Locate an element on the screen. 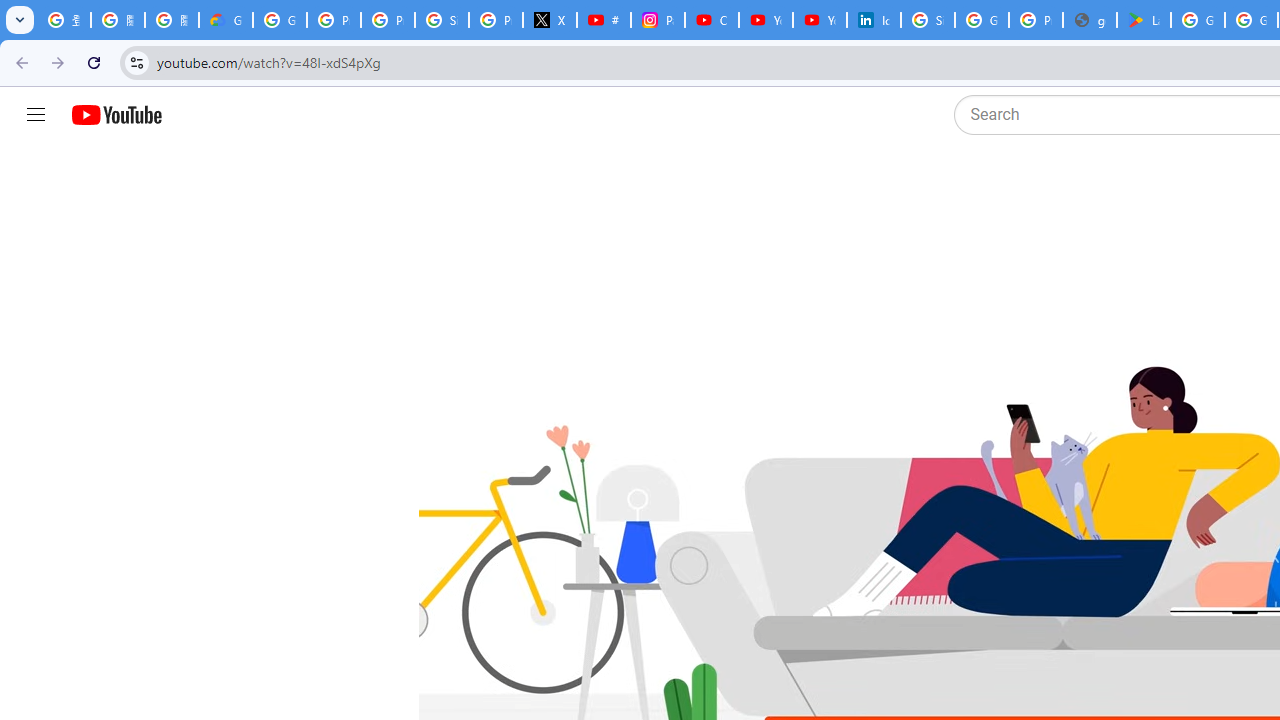  'Guide' is located at coordinates (35, 115).